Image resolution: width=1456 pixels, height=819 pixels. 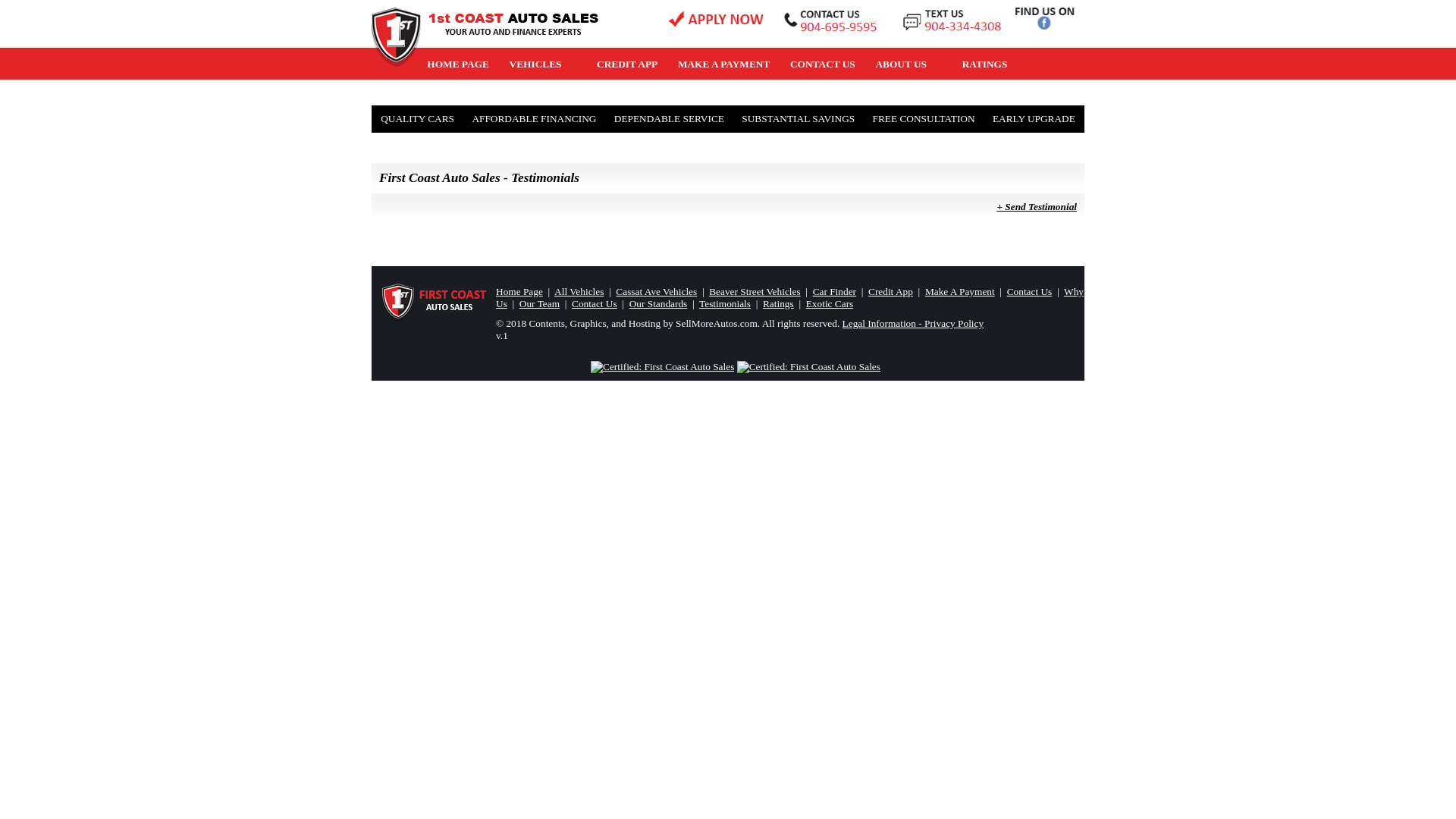 I want to click on 'RATINGS', so click(x=950, y=63).